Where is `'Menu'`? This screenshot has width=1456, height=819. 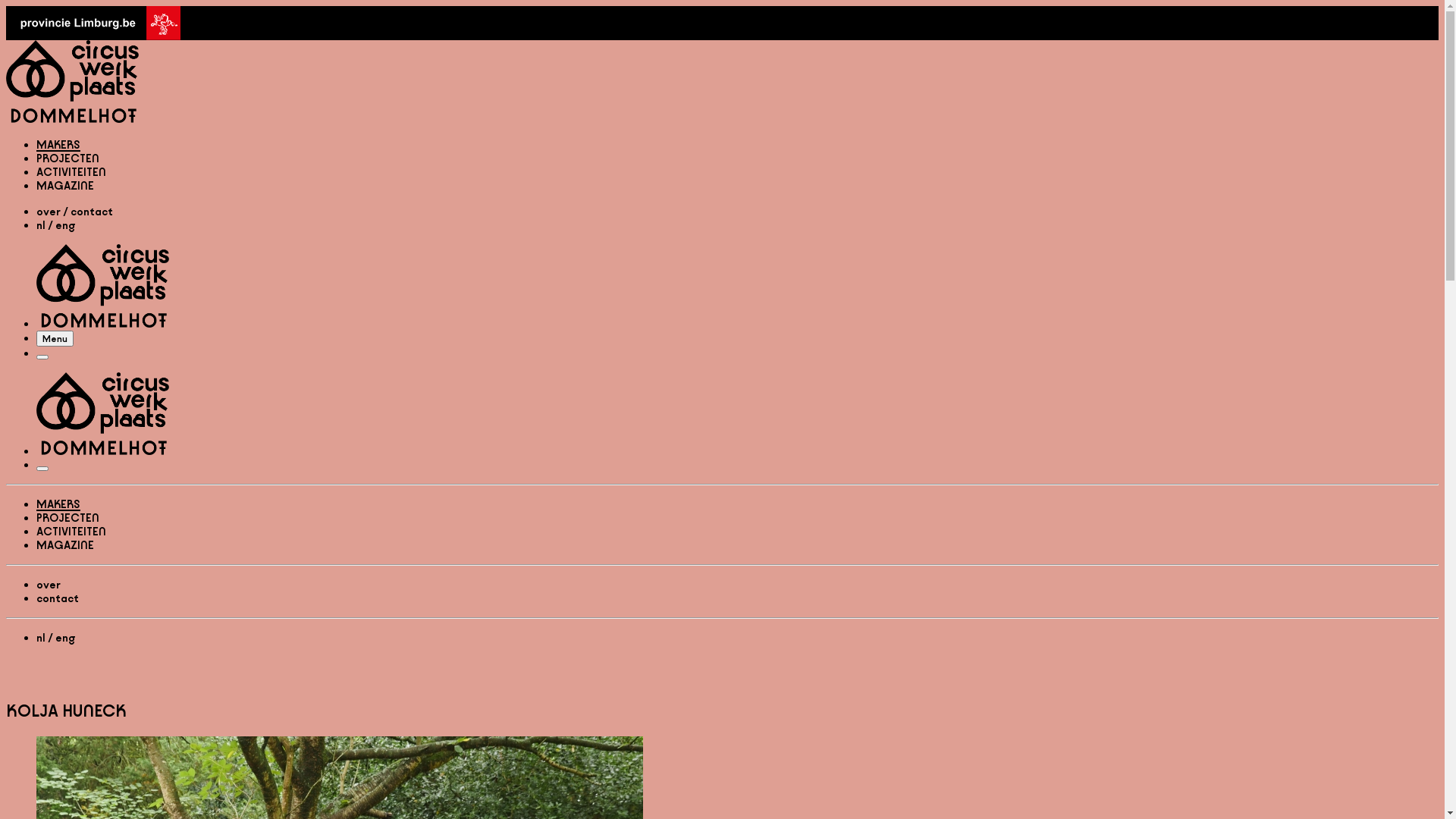 'Menu' is located at coordinates (55, 337).